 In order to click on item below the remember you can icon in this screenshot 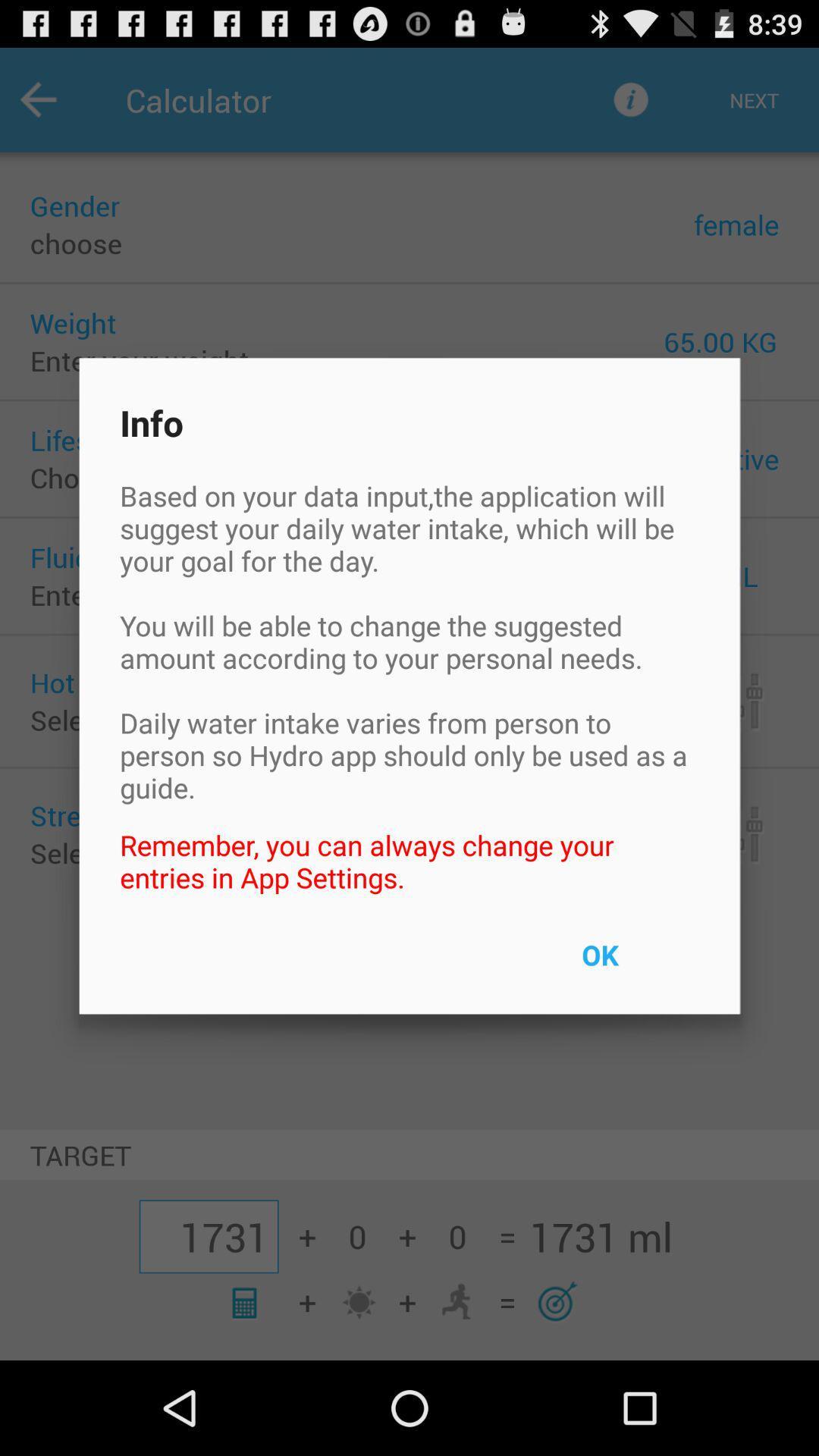, I will do `click(635, 964)`.